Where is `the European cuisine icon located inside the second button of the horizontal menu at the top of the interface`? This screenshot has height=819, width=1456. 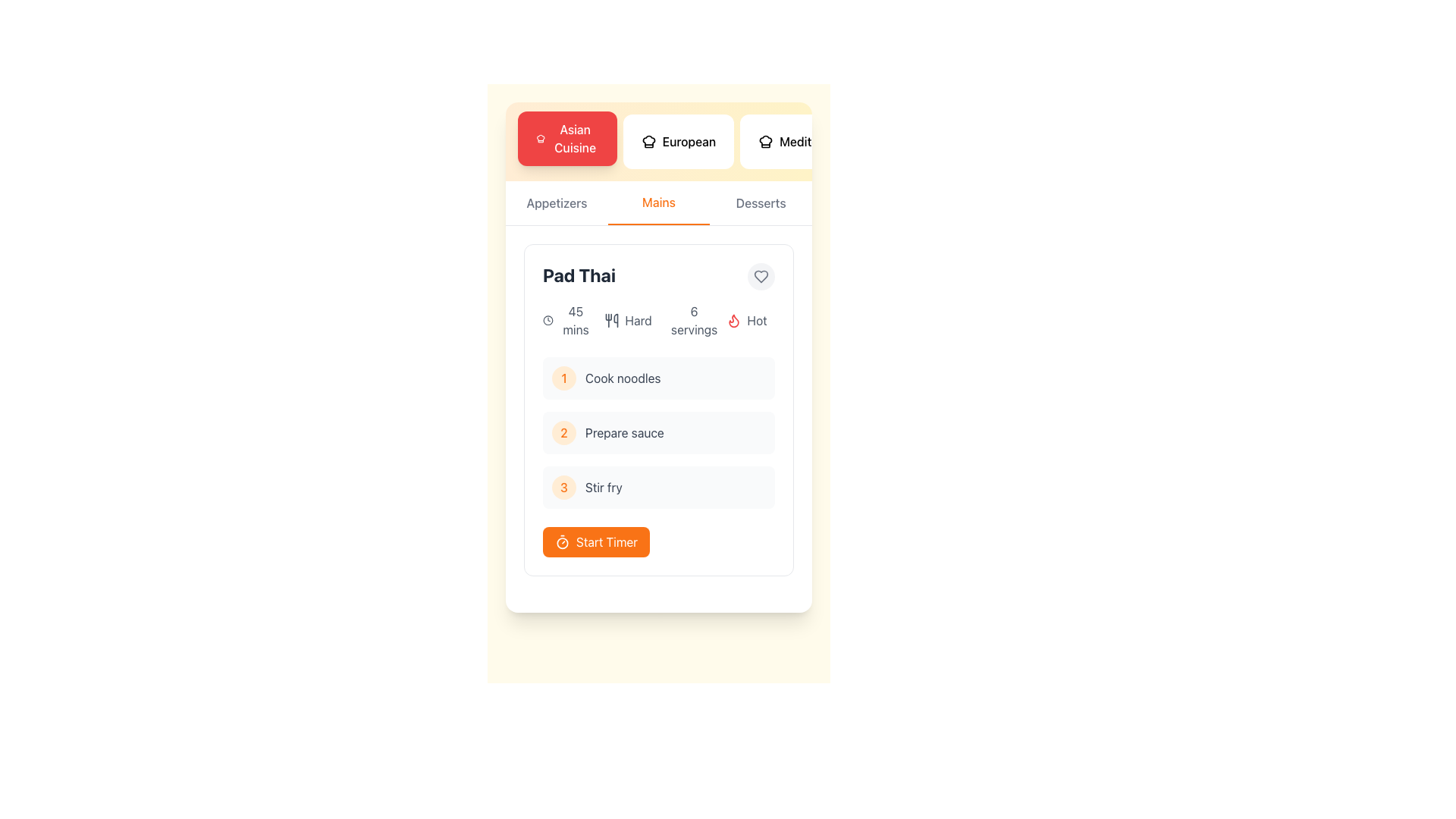 the European cuisine icon located inside the second button of the horizontal menu at the top of the interface is located at coordinates (648, 141).